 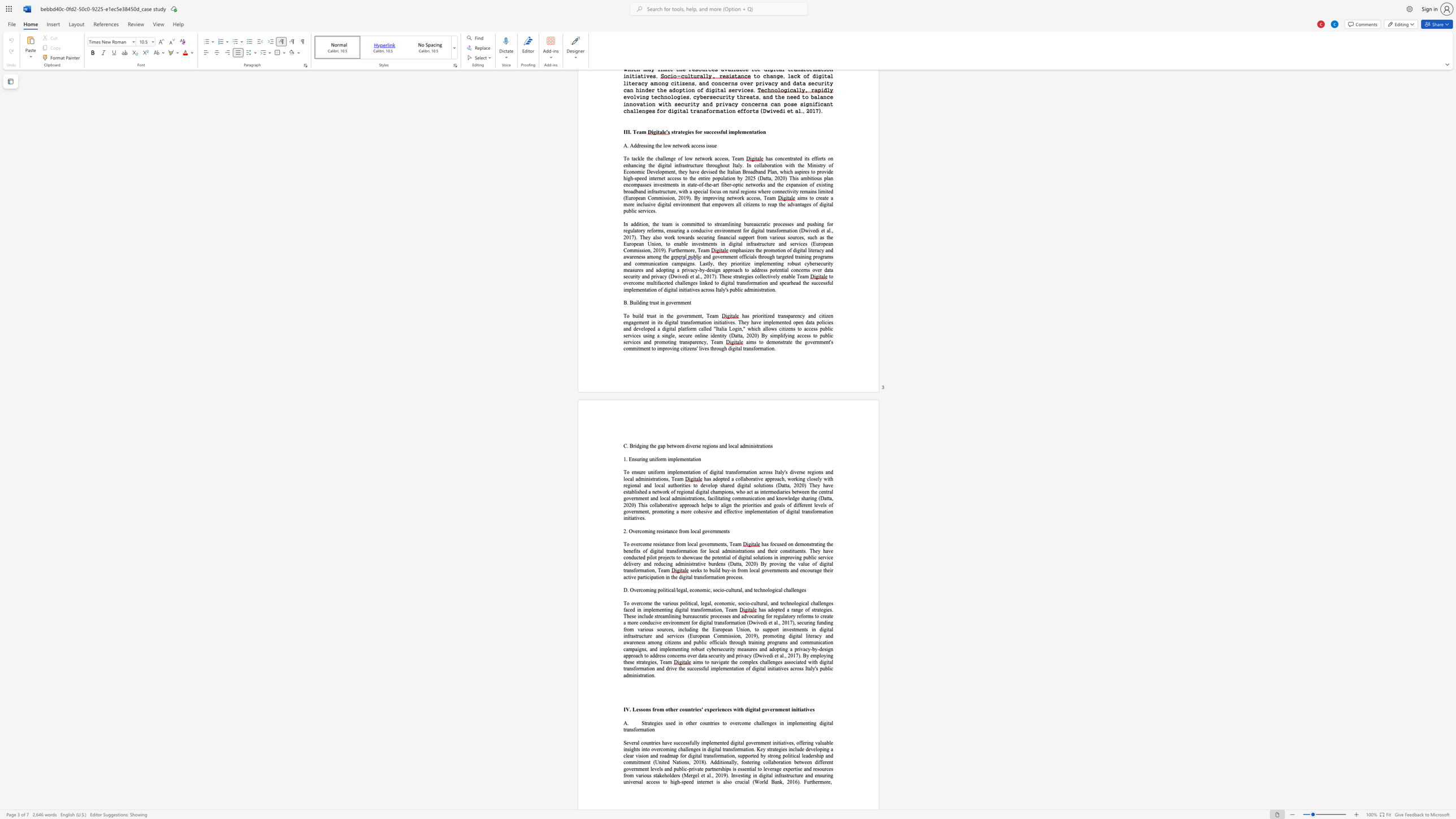 I want to click on the 8th character "n" in the text, so click(x=653, y=729).